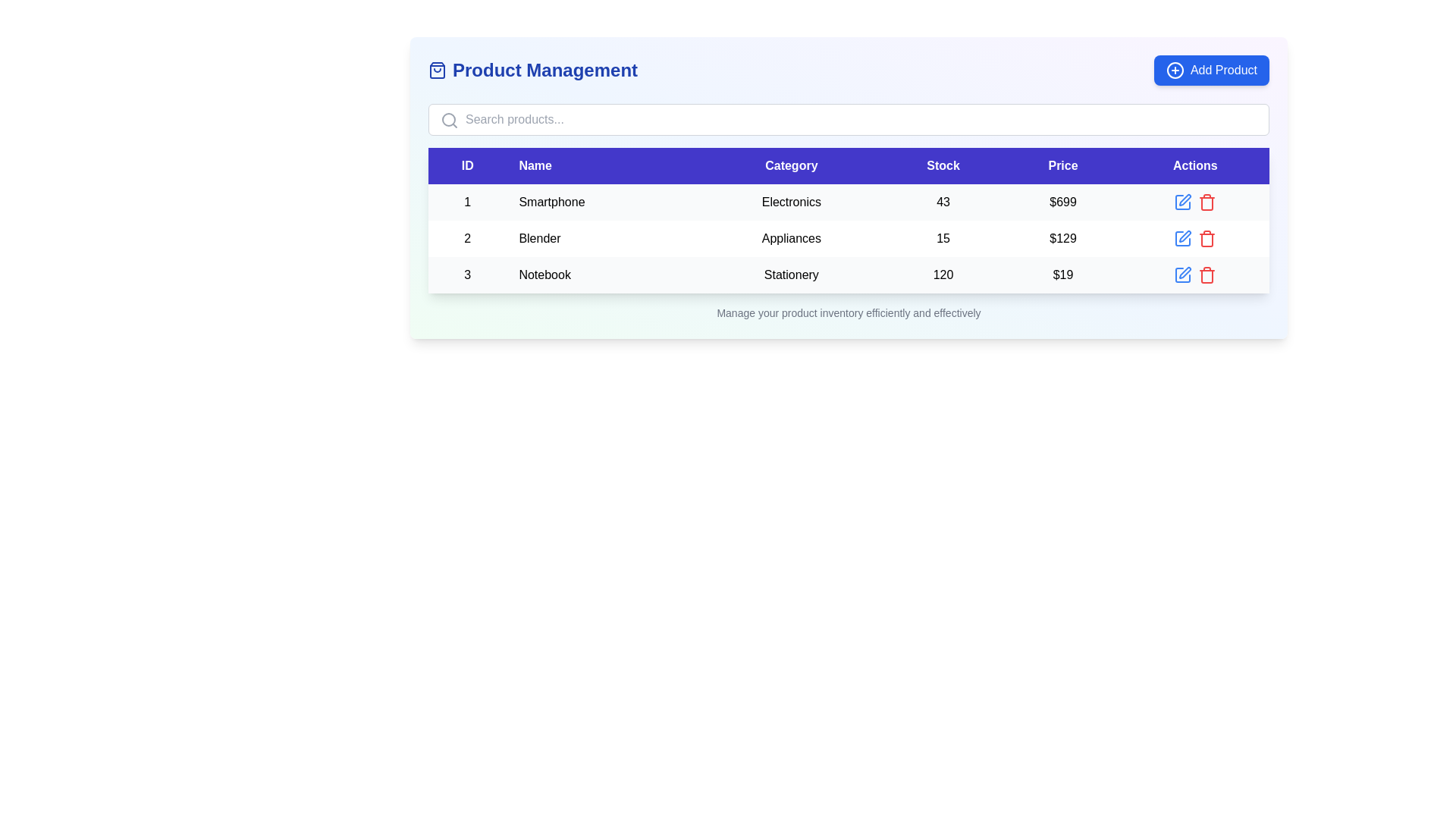 The height and width of the screenshot is (819, 1456). I want to click on the 'ID' column header in the table, so click(466, 166).